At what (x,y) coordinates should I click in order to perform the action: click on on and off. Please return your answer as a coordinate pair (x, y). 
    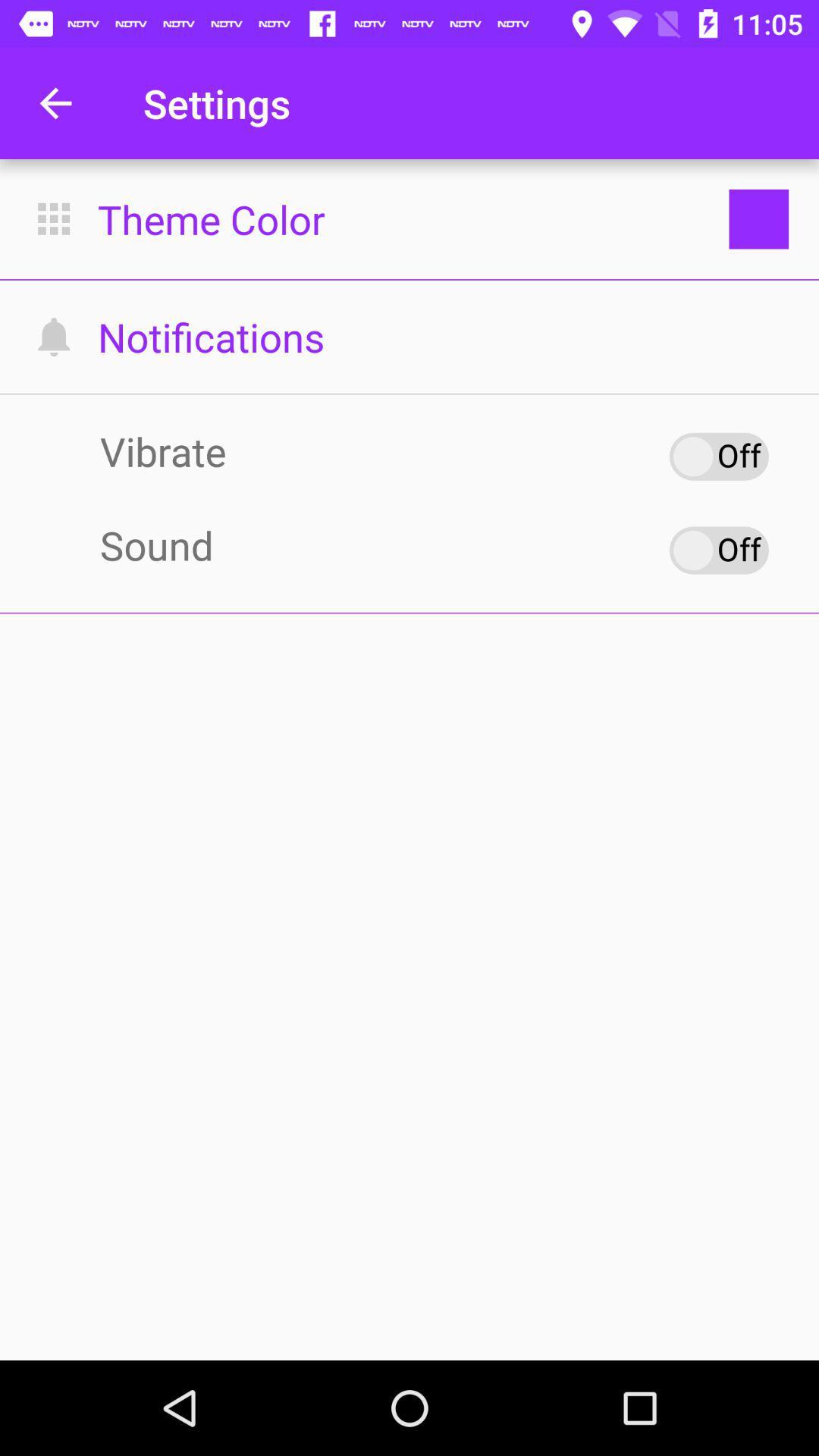
    Looking at the image, I should click on (718, 549).